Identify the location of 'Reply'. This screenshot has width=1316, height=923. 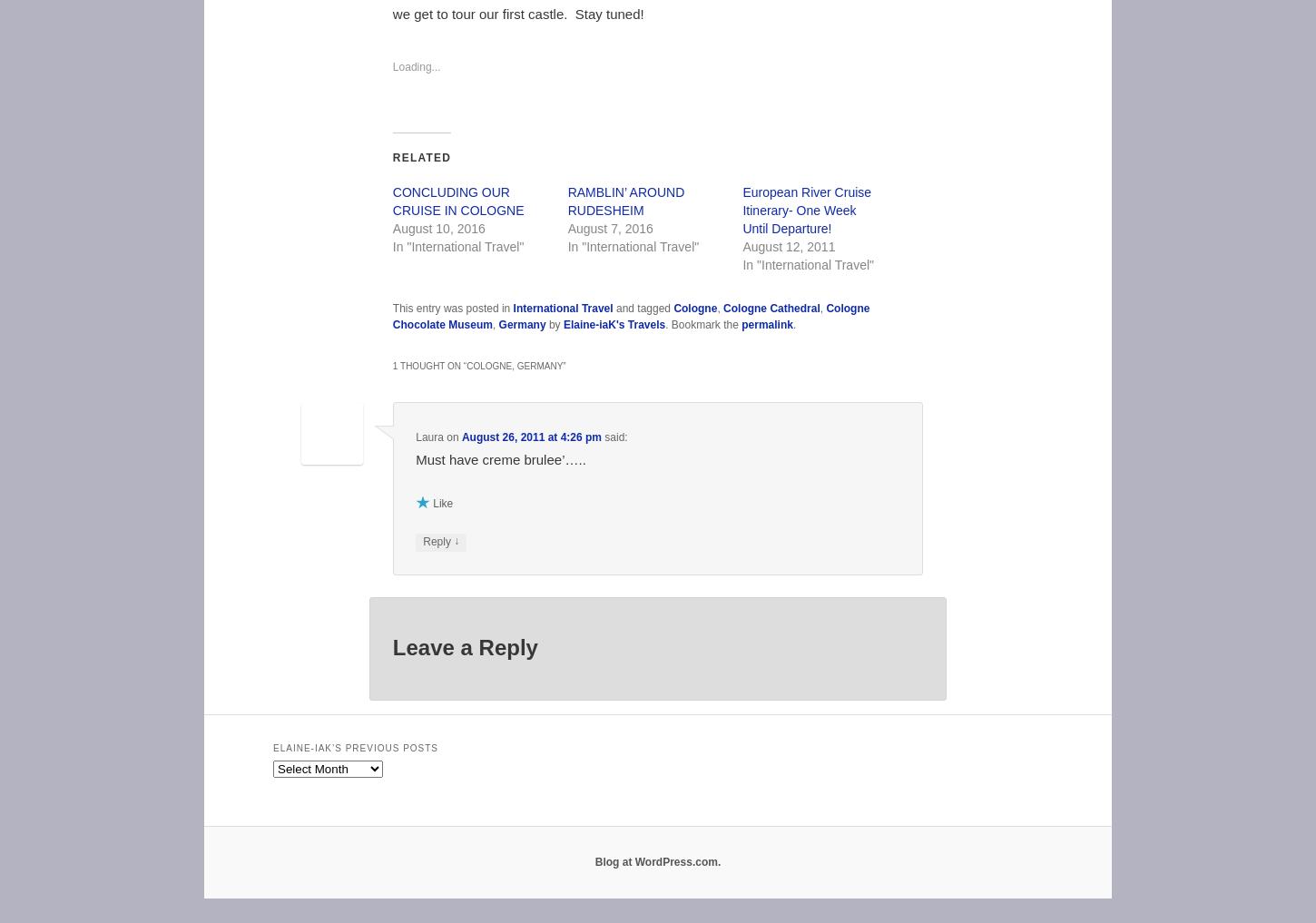
(437, 540).